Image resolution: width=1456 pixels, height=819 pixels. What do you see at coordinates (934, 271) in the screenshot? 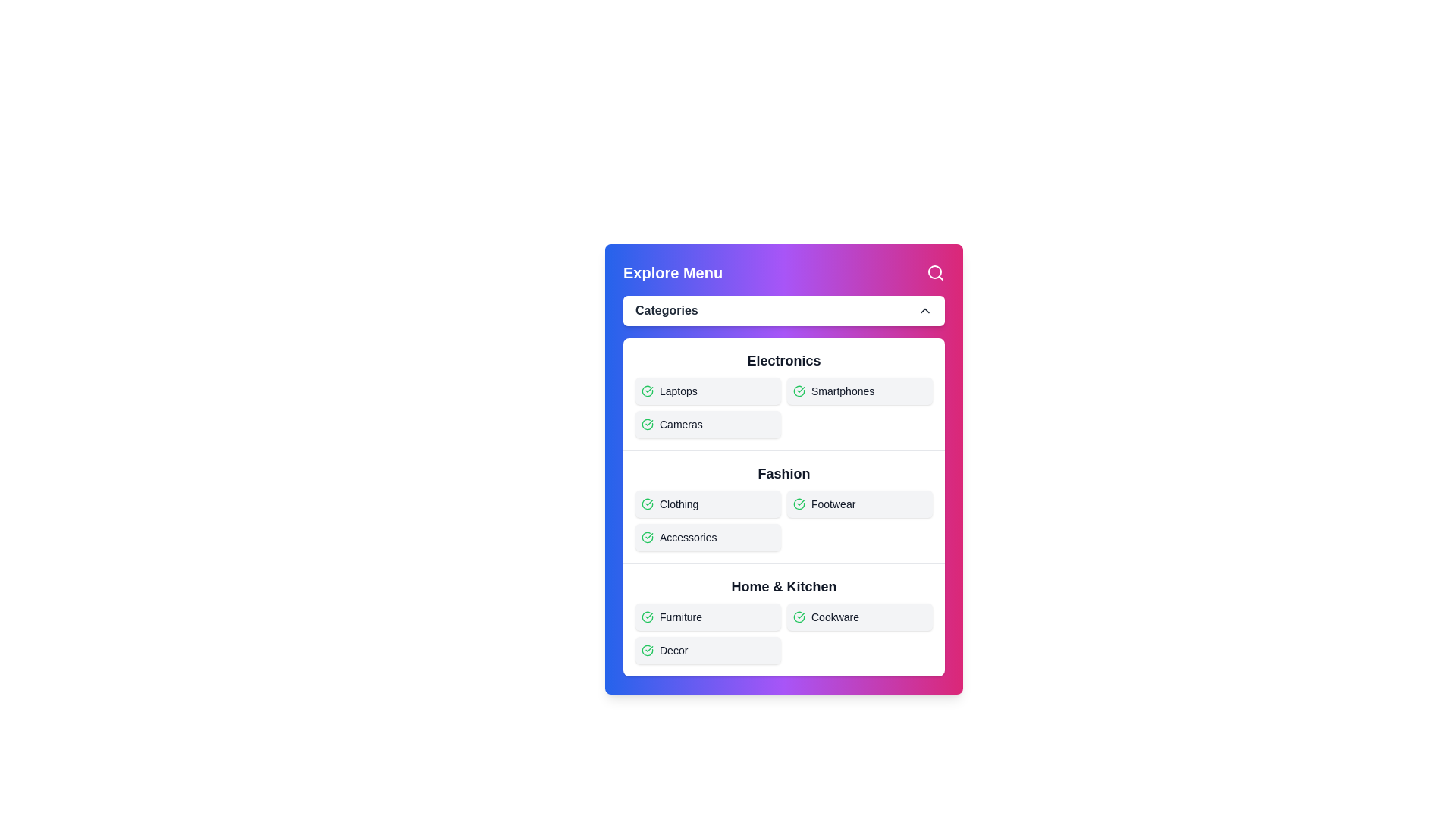
I see `the SVG circle element that visually represents the circular portion of the magnifying glass icon used for search functionality in the top-right corner of the card-like interface panel` at bounding box center [934, 271].